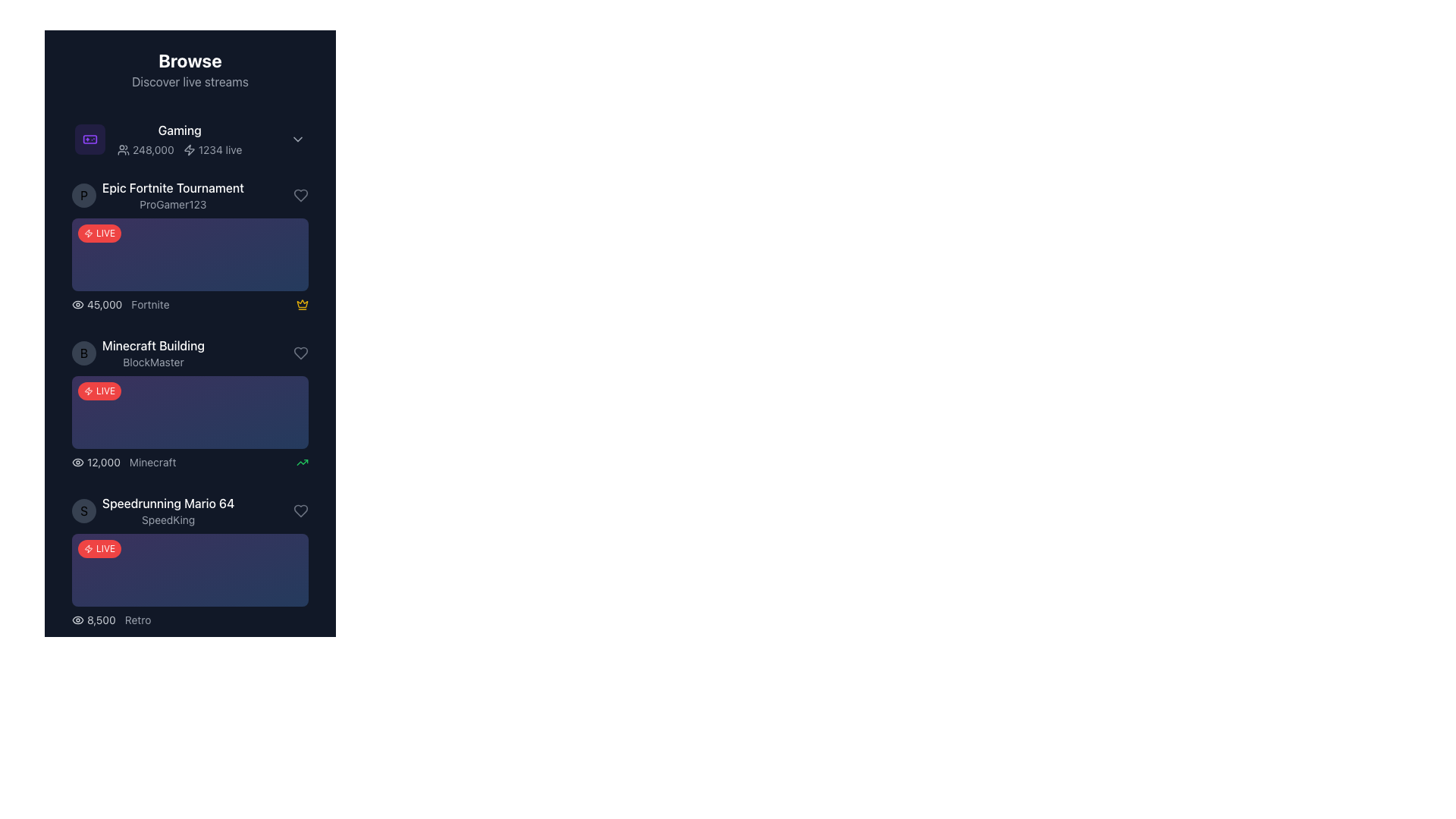 The height and width of the screenshot is (819, 1456). Describe the element at coordinates (189, 353) in the screenshot. I see `the list item representing a content channel located between 'Epic Fortnite Tournament' and 'Speedrunning Mario 64' in the list view` at that location.